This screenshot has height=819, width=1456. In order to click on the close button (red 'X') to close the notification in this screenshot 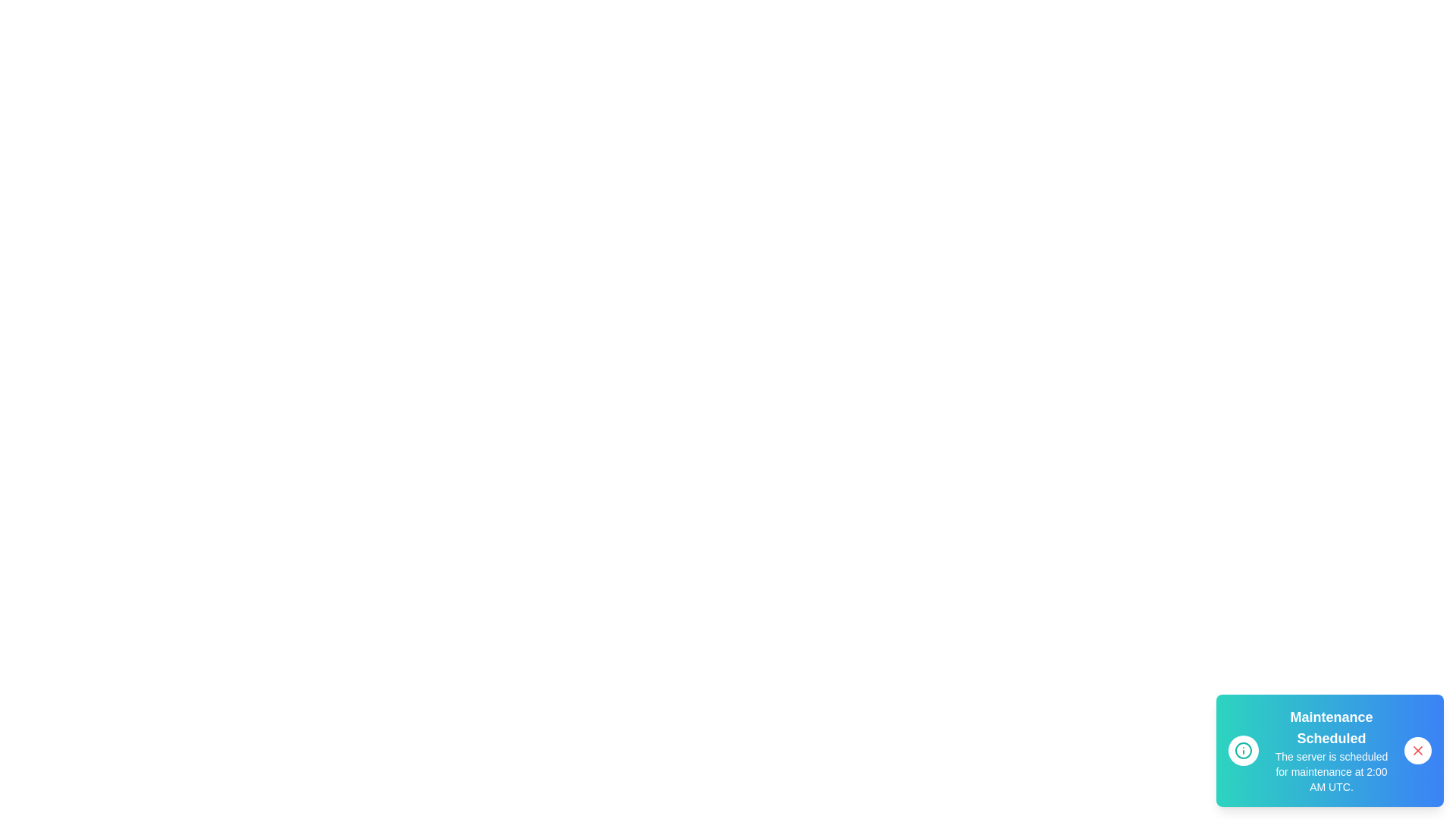, I will do `click(1417, 751)`.